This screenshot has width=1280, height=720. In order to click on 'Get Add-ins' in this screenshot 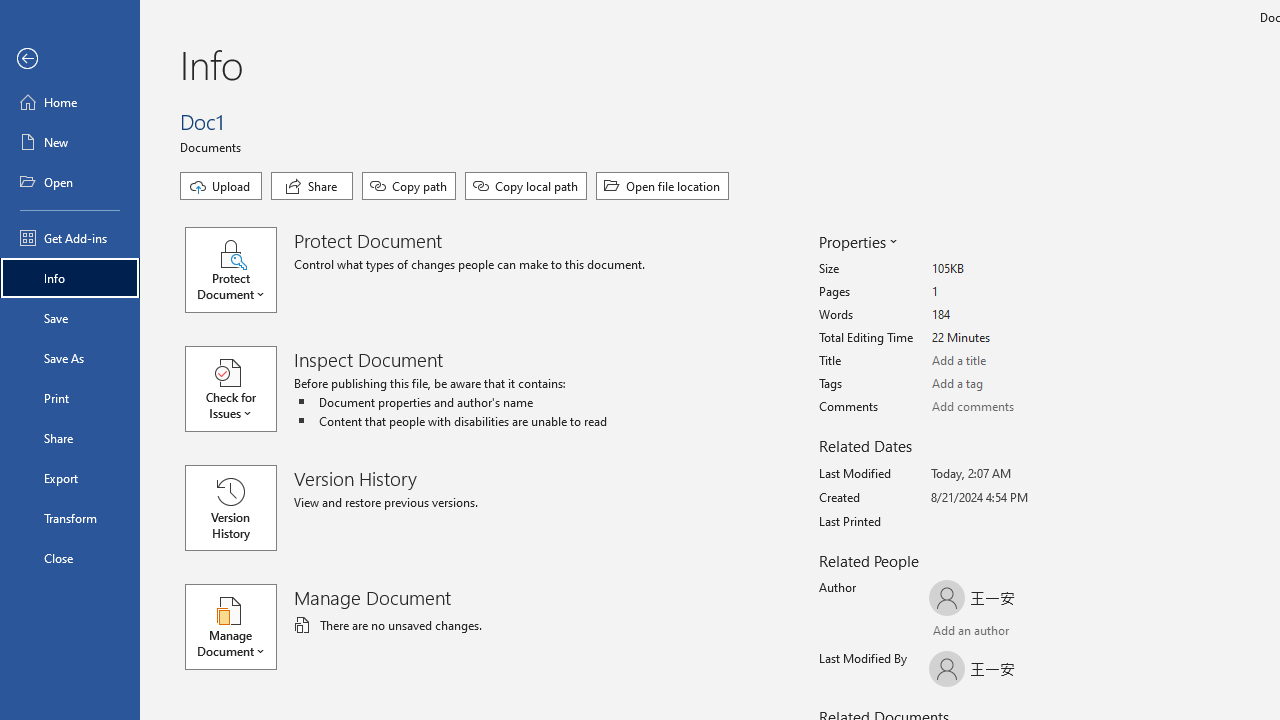, I will do `click(69, 236)`.